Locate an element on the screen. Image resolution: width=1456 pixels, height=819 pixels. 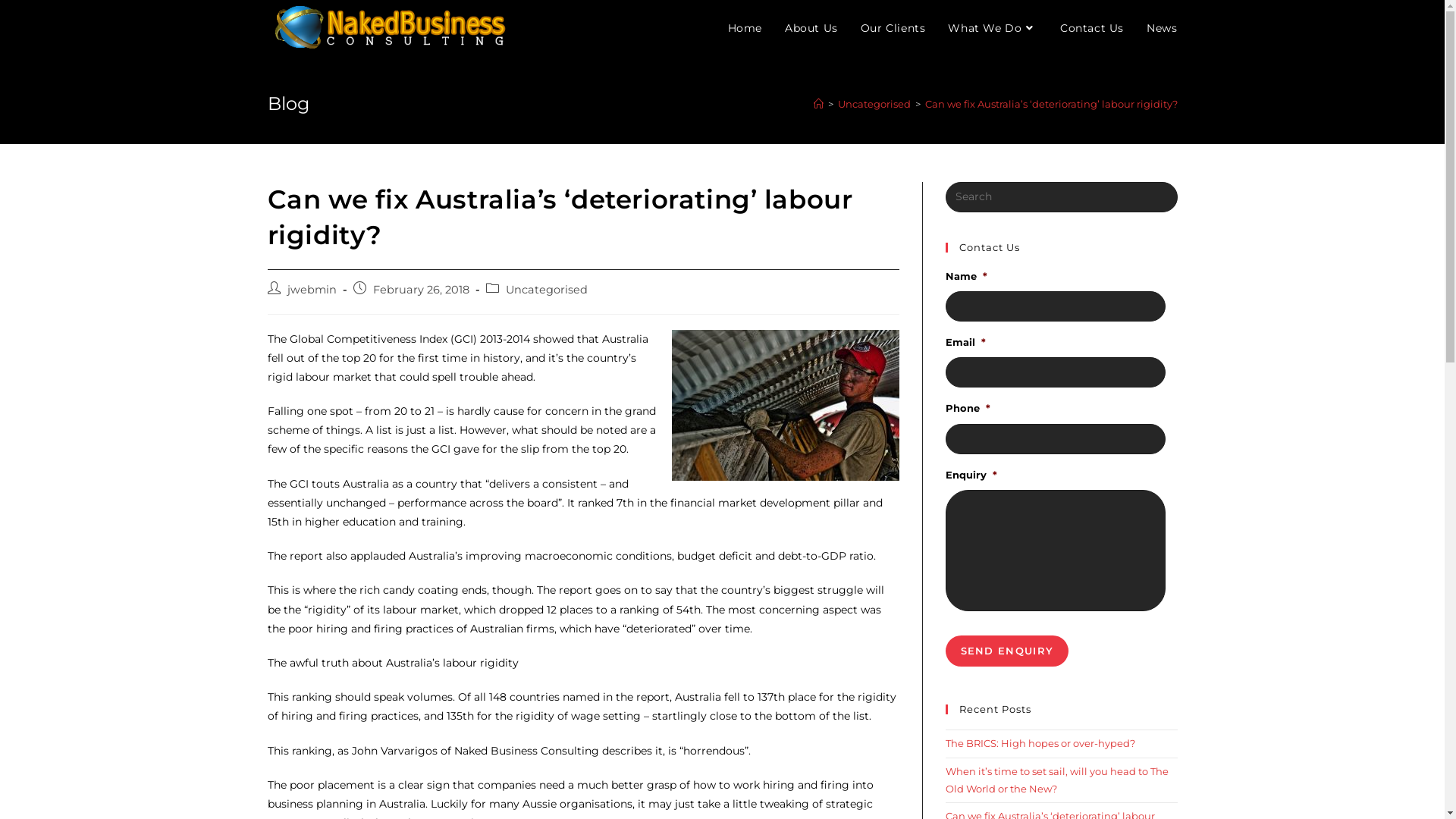
'Our Clients' is located at coordinates (848, 28).